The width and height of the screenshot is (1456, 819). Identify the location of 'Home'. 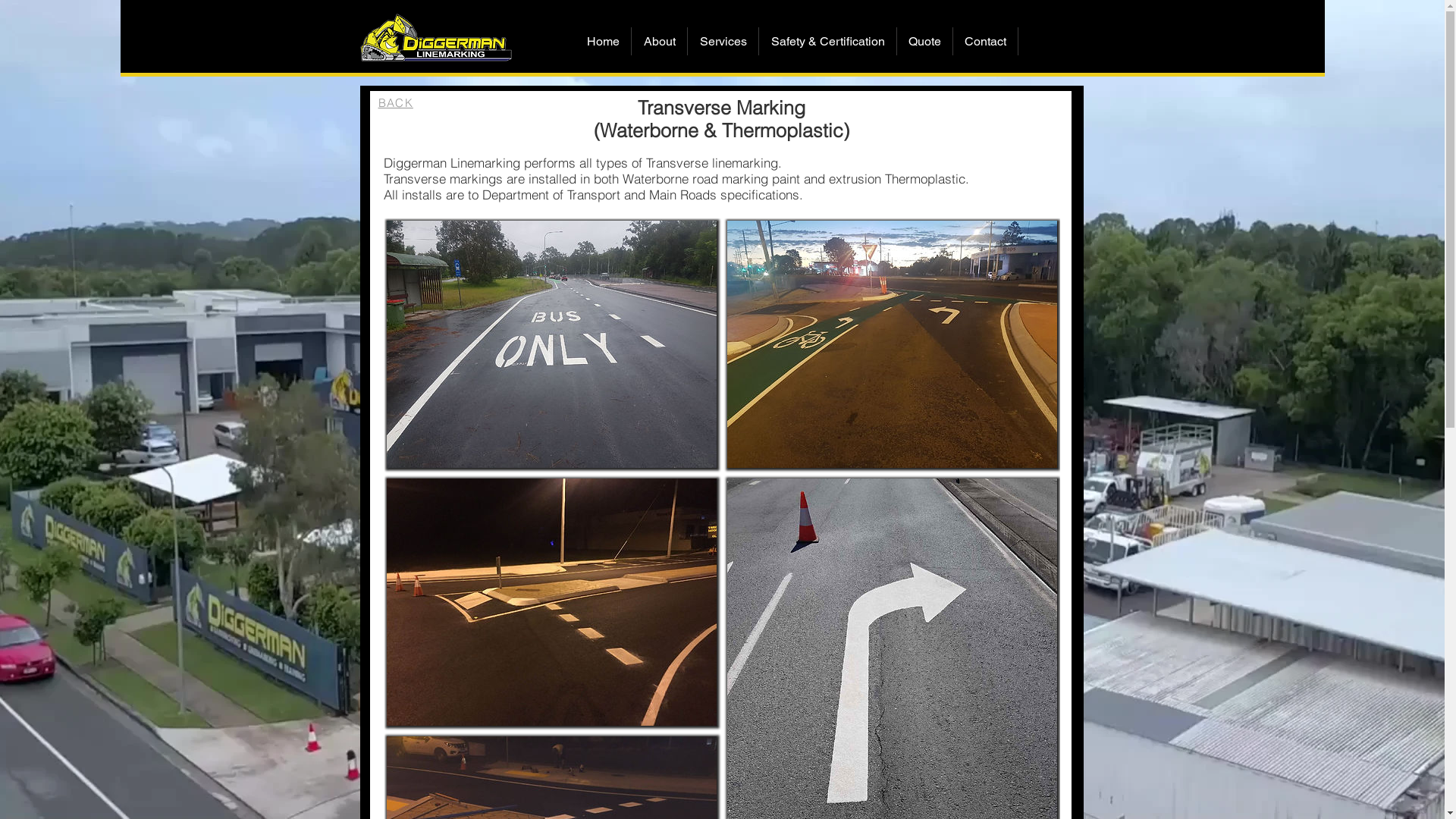
(602, 40).